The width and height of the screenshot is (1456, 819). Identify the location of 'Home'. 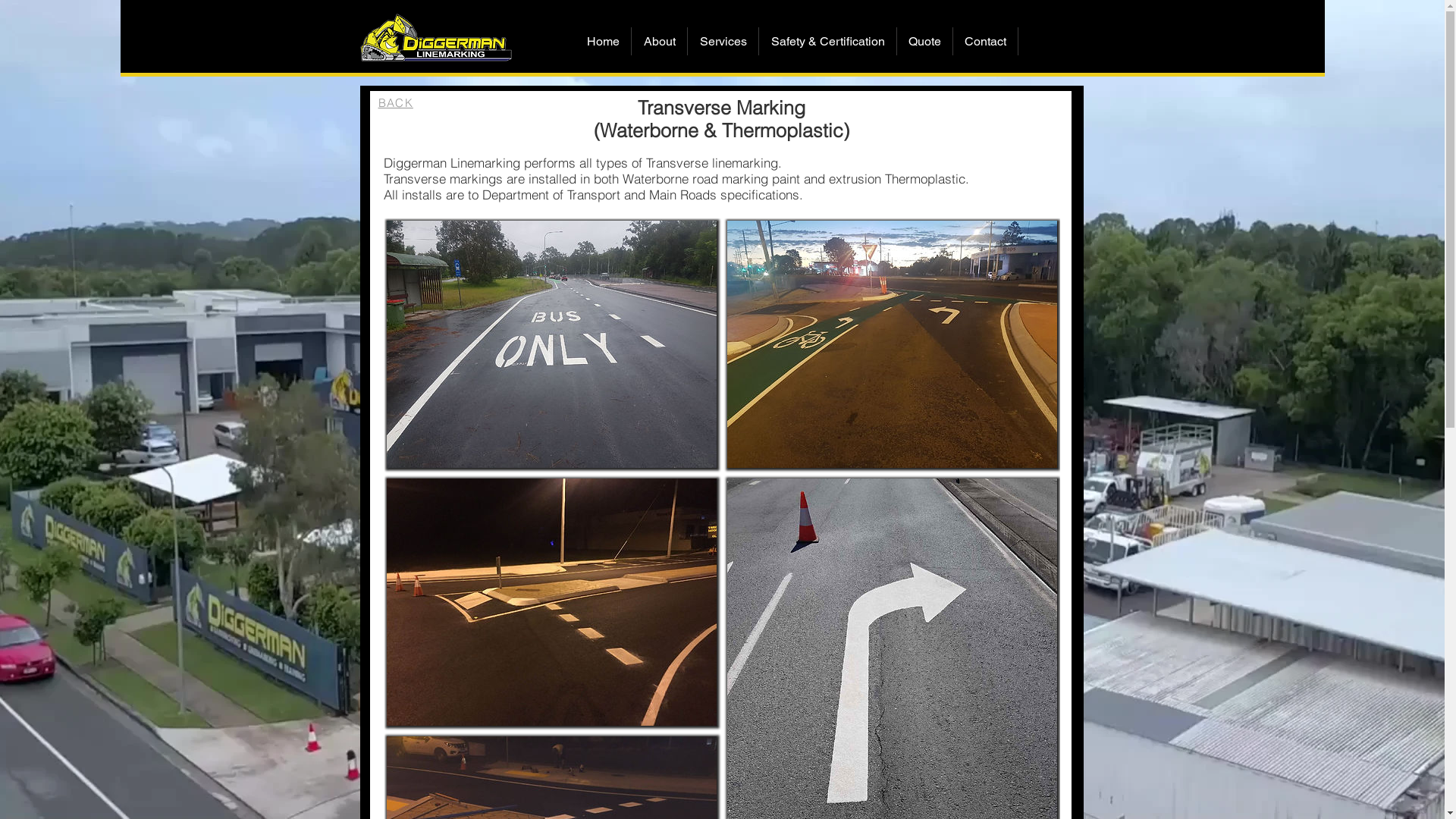
(602, 40).